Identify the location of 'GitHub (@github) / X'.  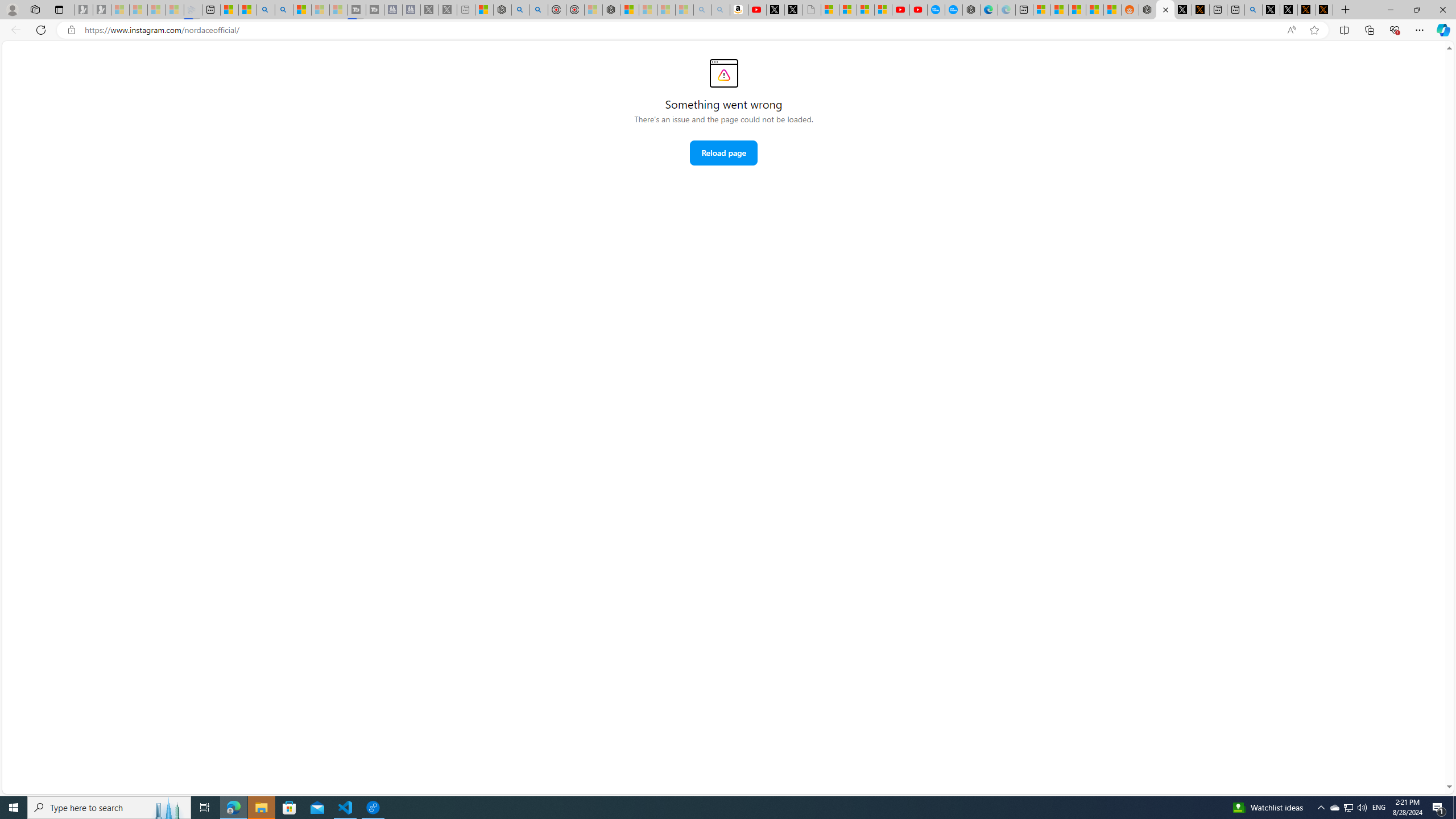
(1289, 9).